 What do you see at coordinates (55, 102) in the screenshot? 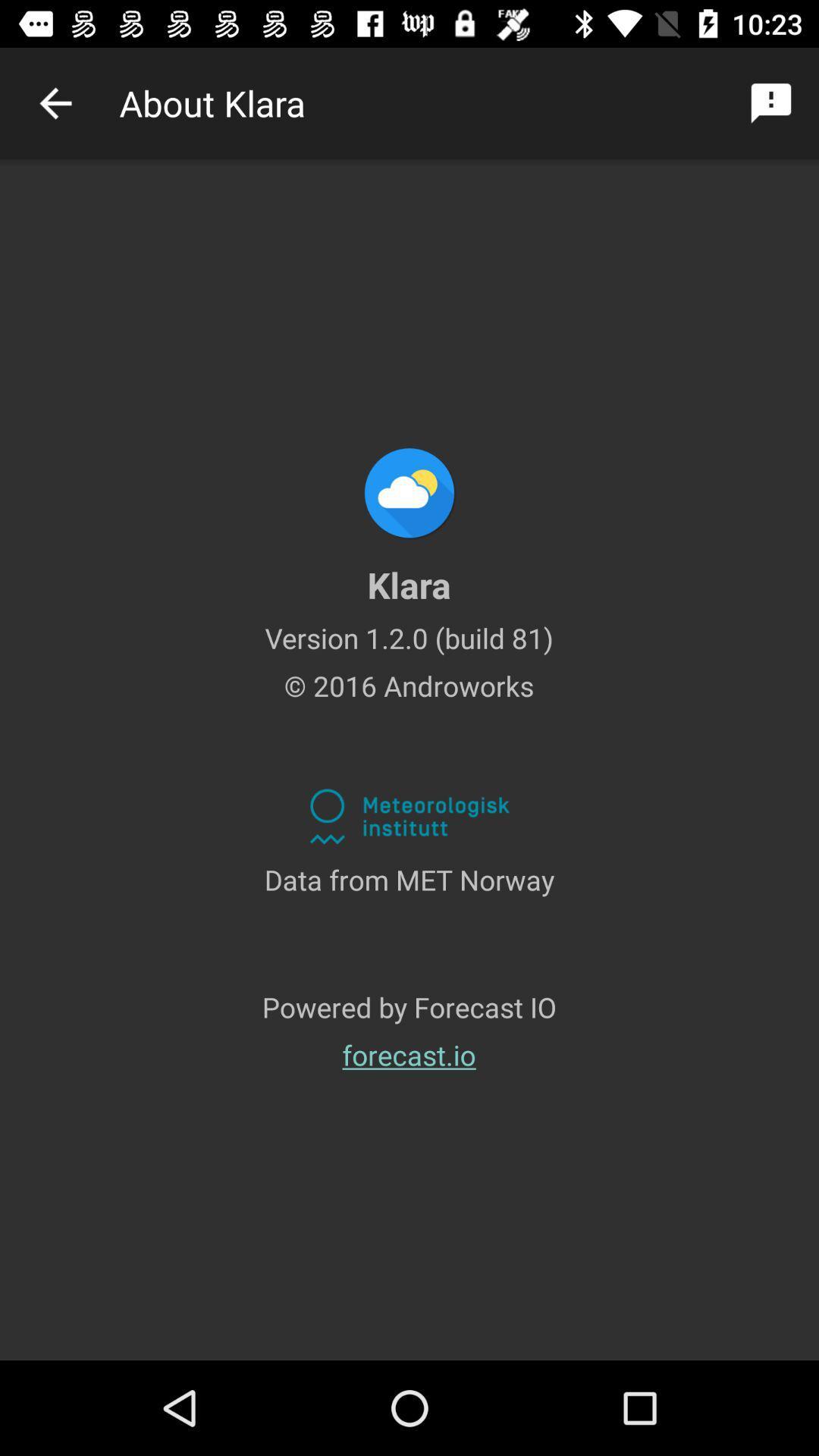
I see `item next to the about klara item` at bounding box center [55, 102].